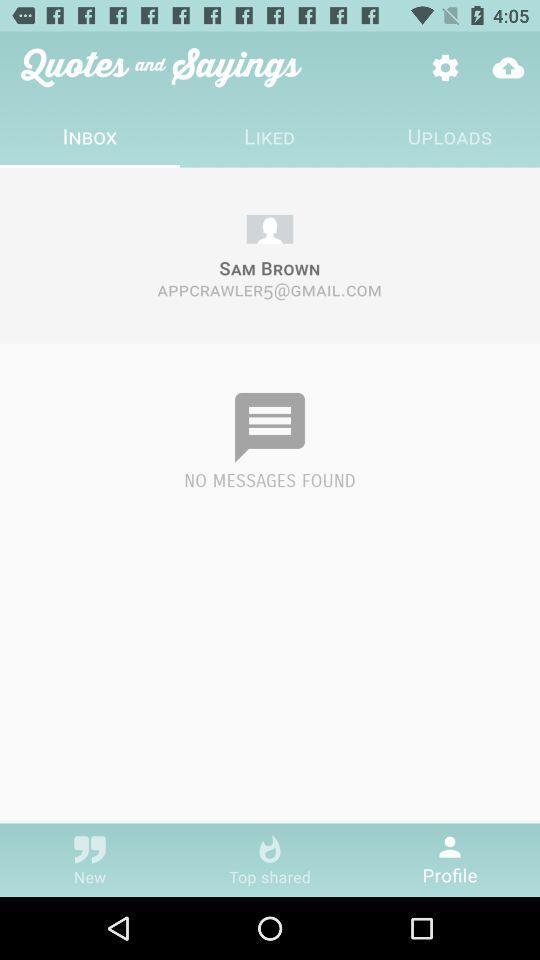  I want to click on icon above the uploads, so click(508, 67).